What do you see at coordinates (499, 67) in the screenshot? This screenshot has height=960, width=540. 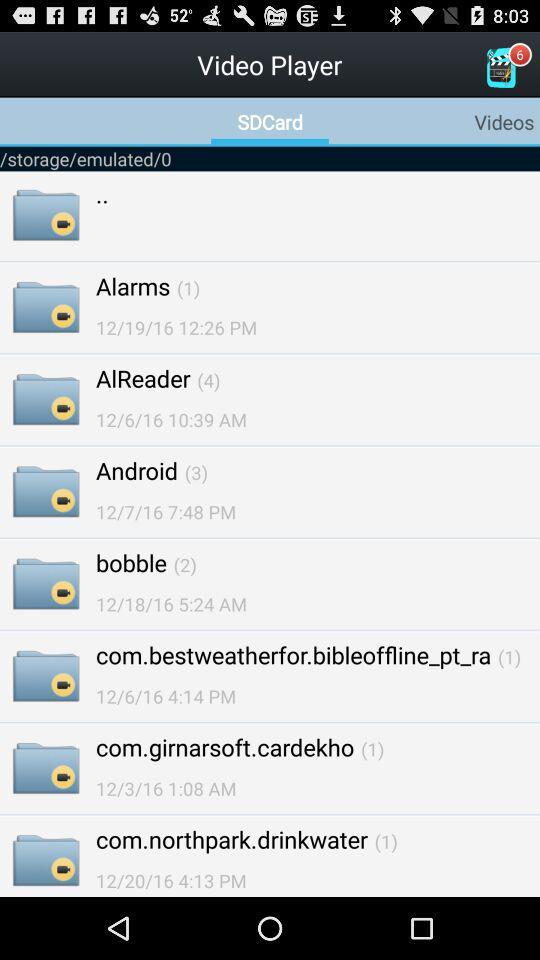 I see `the icon which is to the right of the video player` at bounding box center [499, 67].